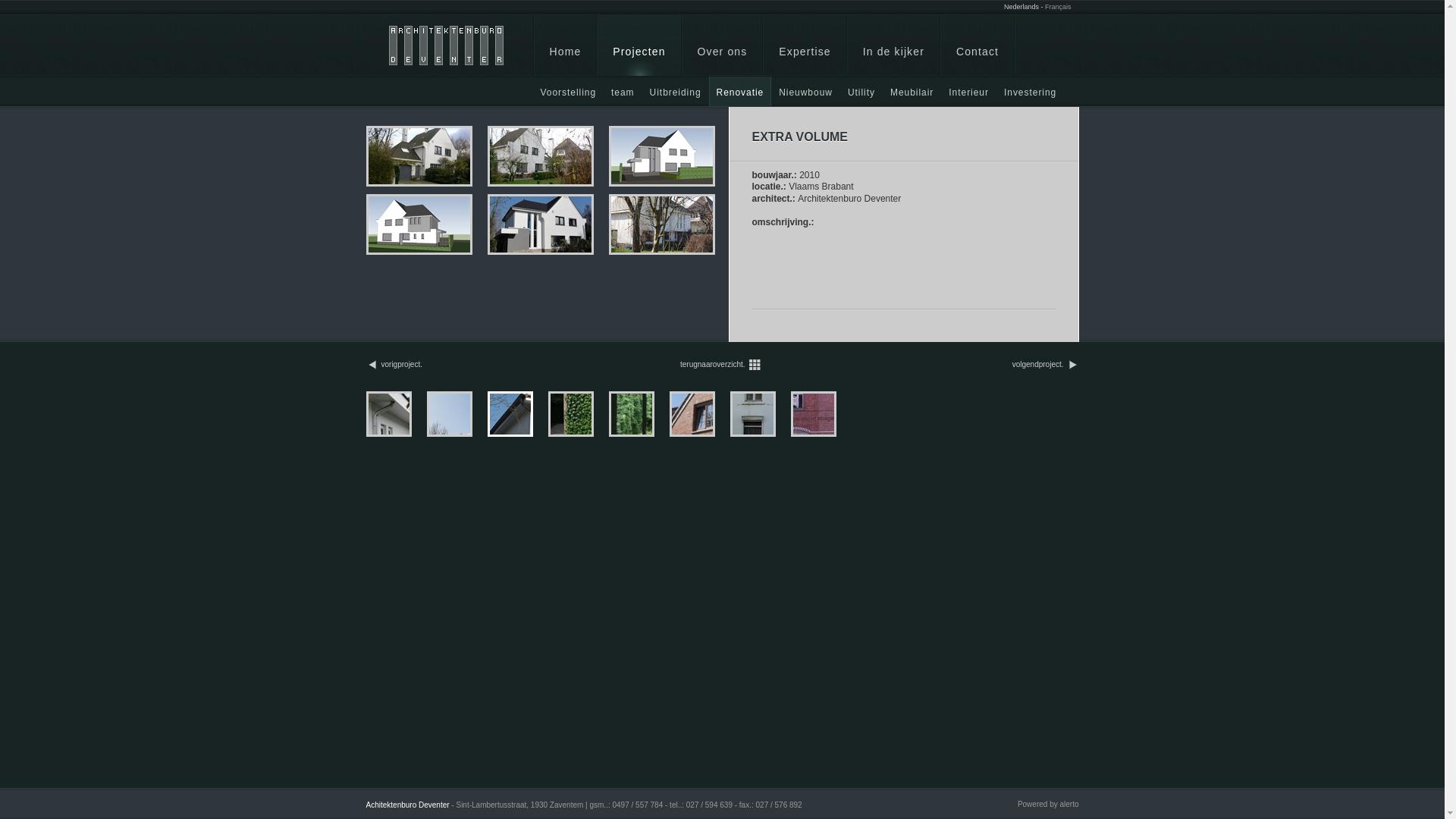 This screenshot has height=819, width=1456. Describe the element at coordinates (712, 365) in the screenshot. I see `'terugnaaroverzicht.'` at that location.